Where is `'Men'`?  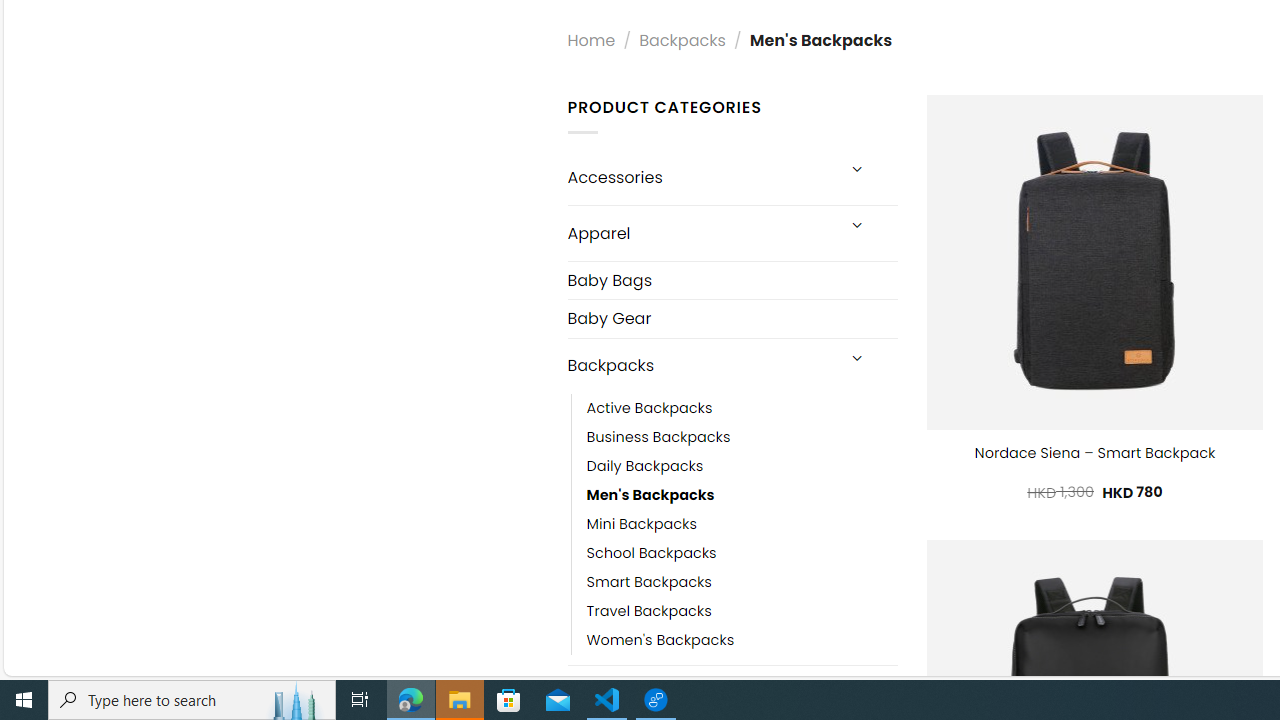
'Men' is located at coordinates (650, 495).